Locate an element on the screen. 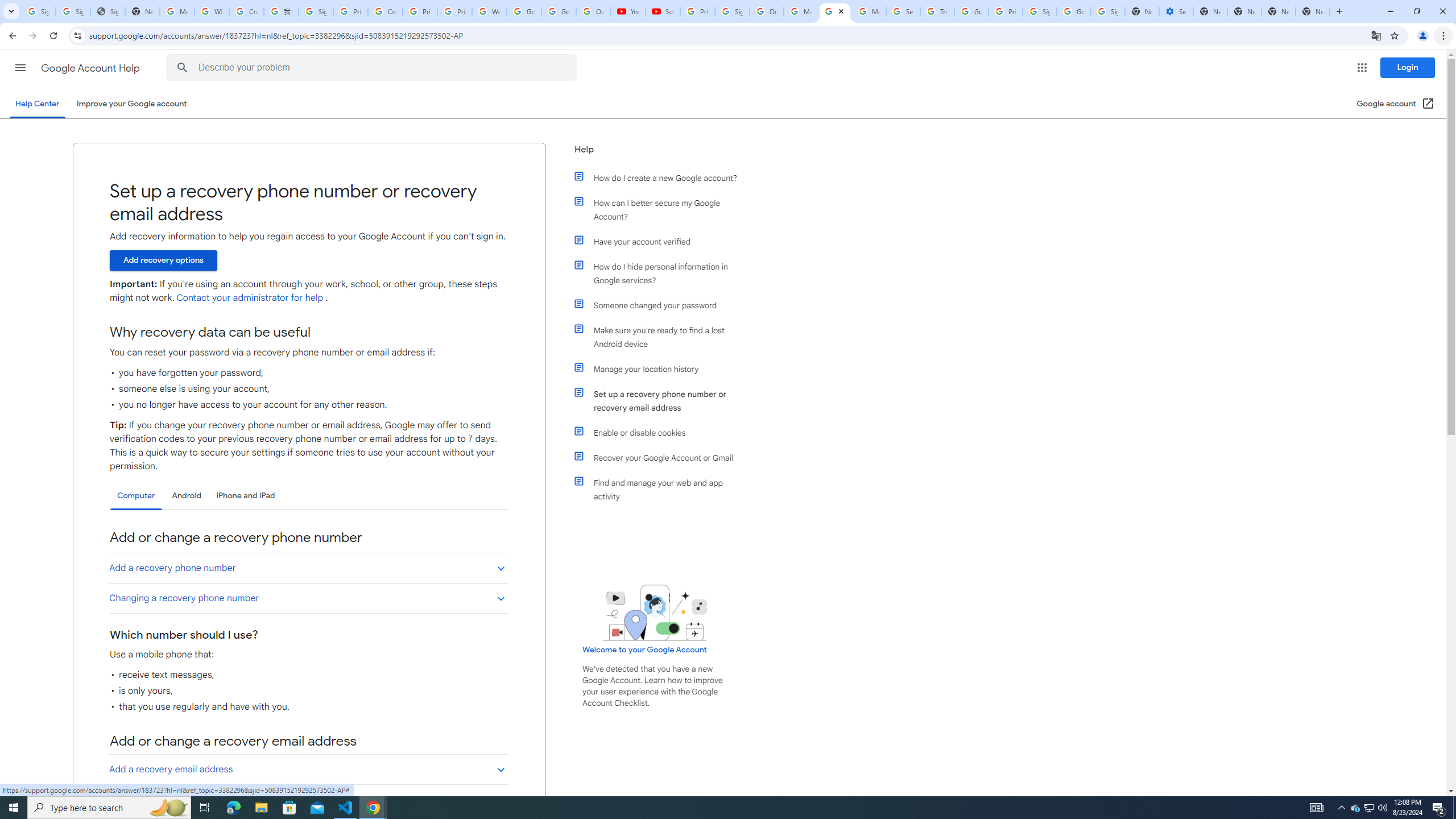  'Trusted Information and Content - Google Safety Center' is located at coordinates (937, 11).